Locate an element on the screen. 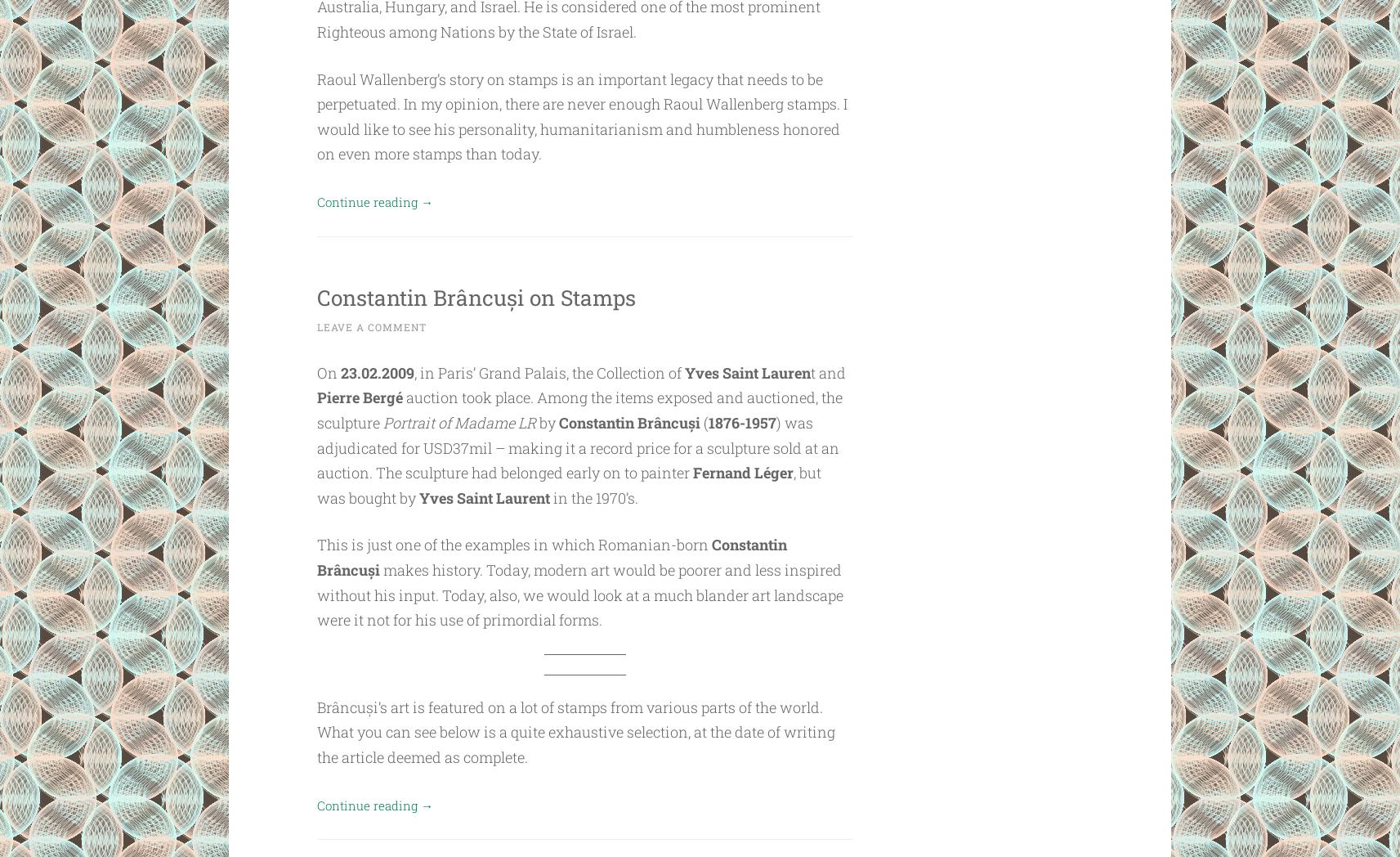  'Pierre Bergé' is located at coordinates (359, 397).